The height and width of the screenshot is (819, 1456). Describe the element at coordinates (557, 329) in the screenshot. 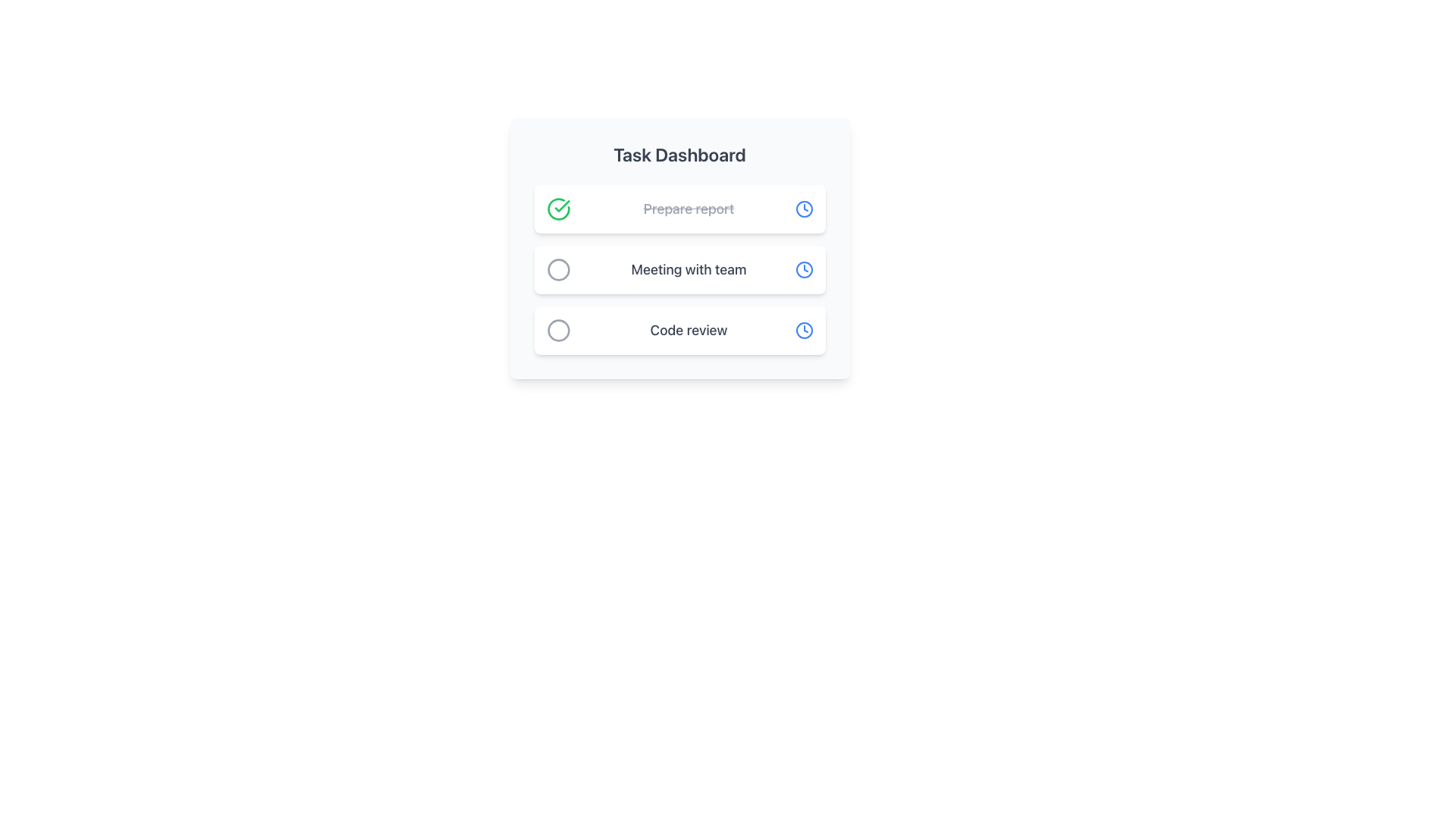

I see `the visual state of the Circle Graphic, which serves as a status indicator for the 'Code review' task located at the leftmost side of the task row` at that location.